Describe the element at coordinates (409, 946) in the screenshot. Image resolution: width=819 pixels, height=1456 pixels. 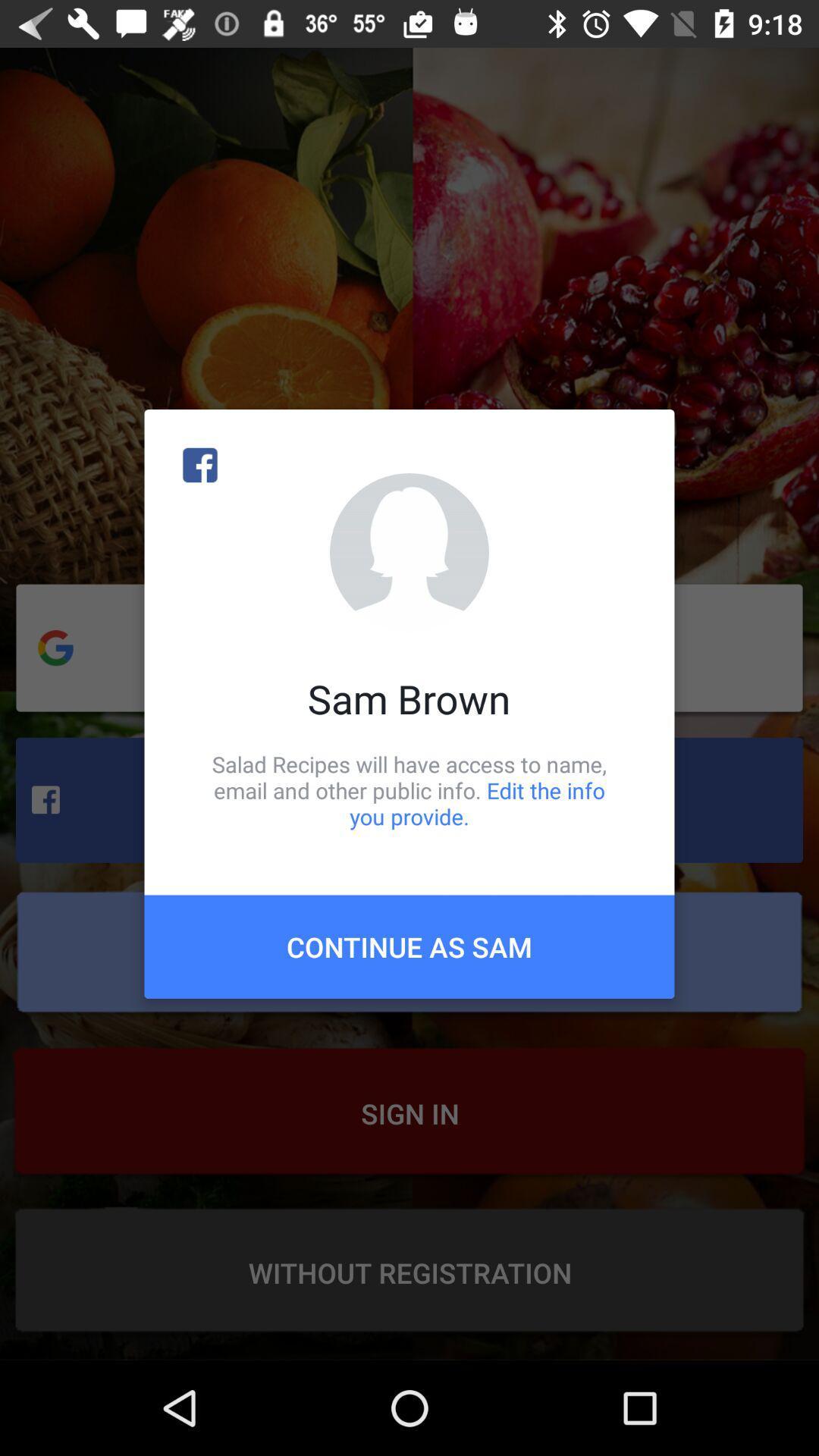
I see `continue as sam icon` at that location.